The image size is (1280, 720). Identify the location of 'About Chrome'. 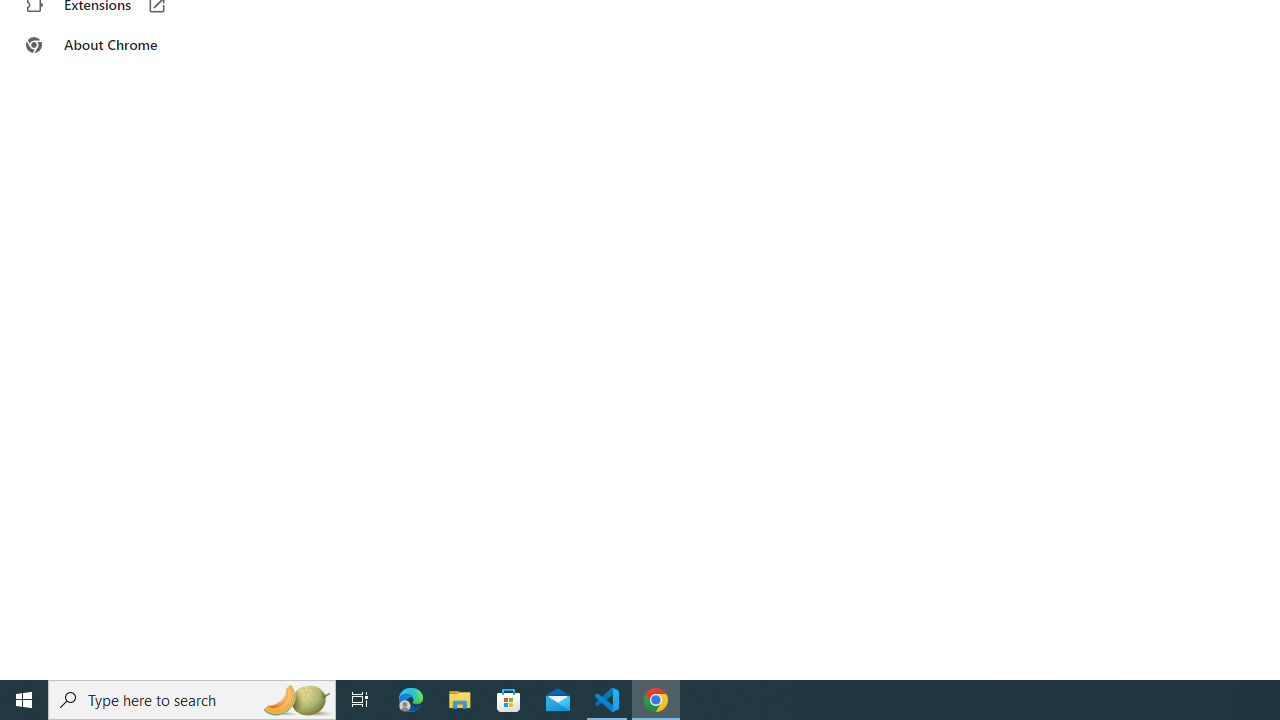
(123, 45).